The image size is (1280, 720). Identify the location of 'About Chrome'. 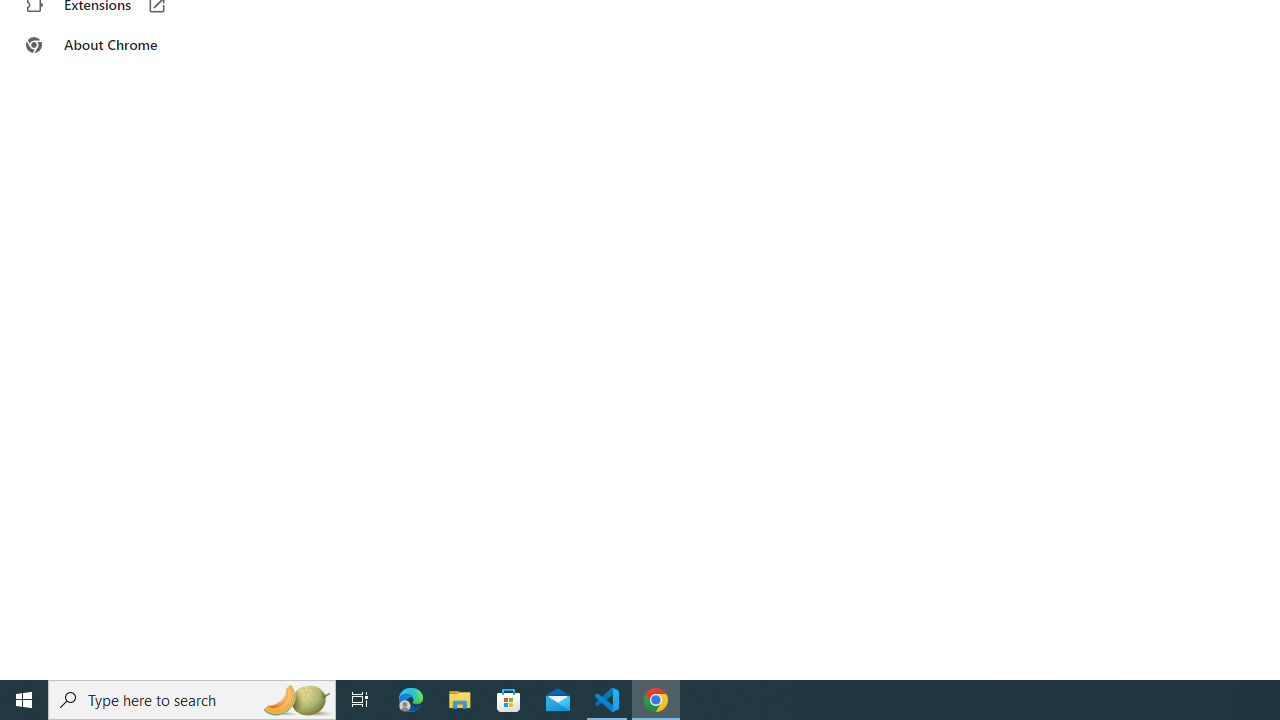
(123, 45).